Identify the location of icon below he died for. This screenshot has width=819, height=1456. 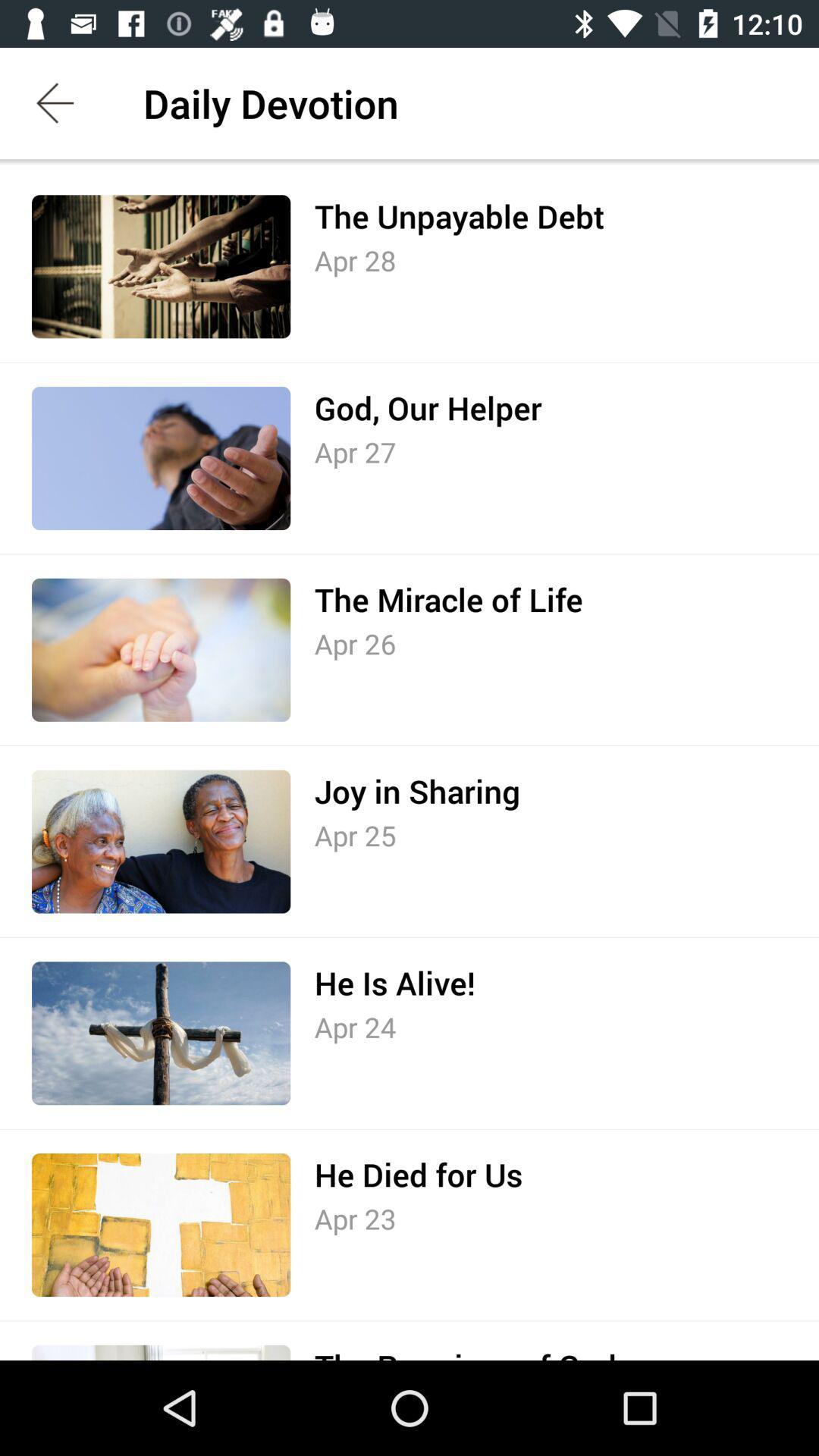
(355, 1219).